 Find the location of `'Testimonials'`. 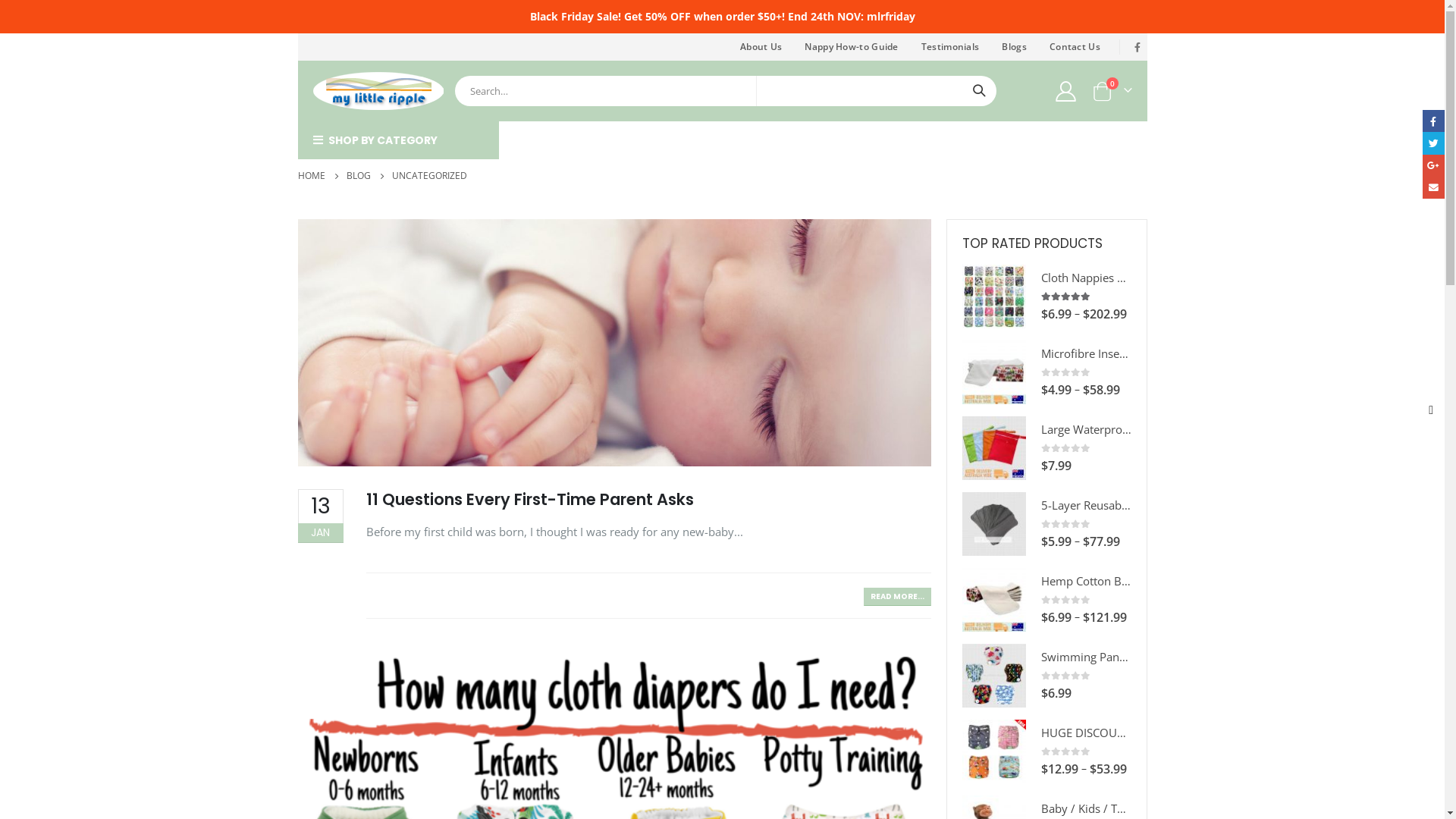

'Testimonials' is located at coordinates (949, 45).